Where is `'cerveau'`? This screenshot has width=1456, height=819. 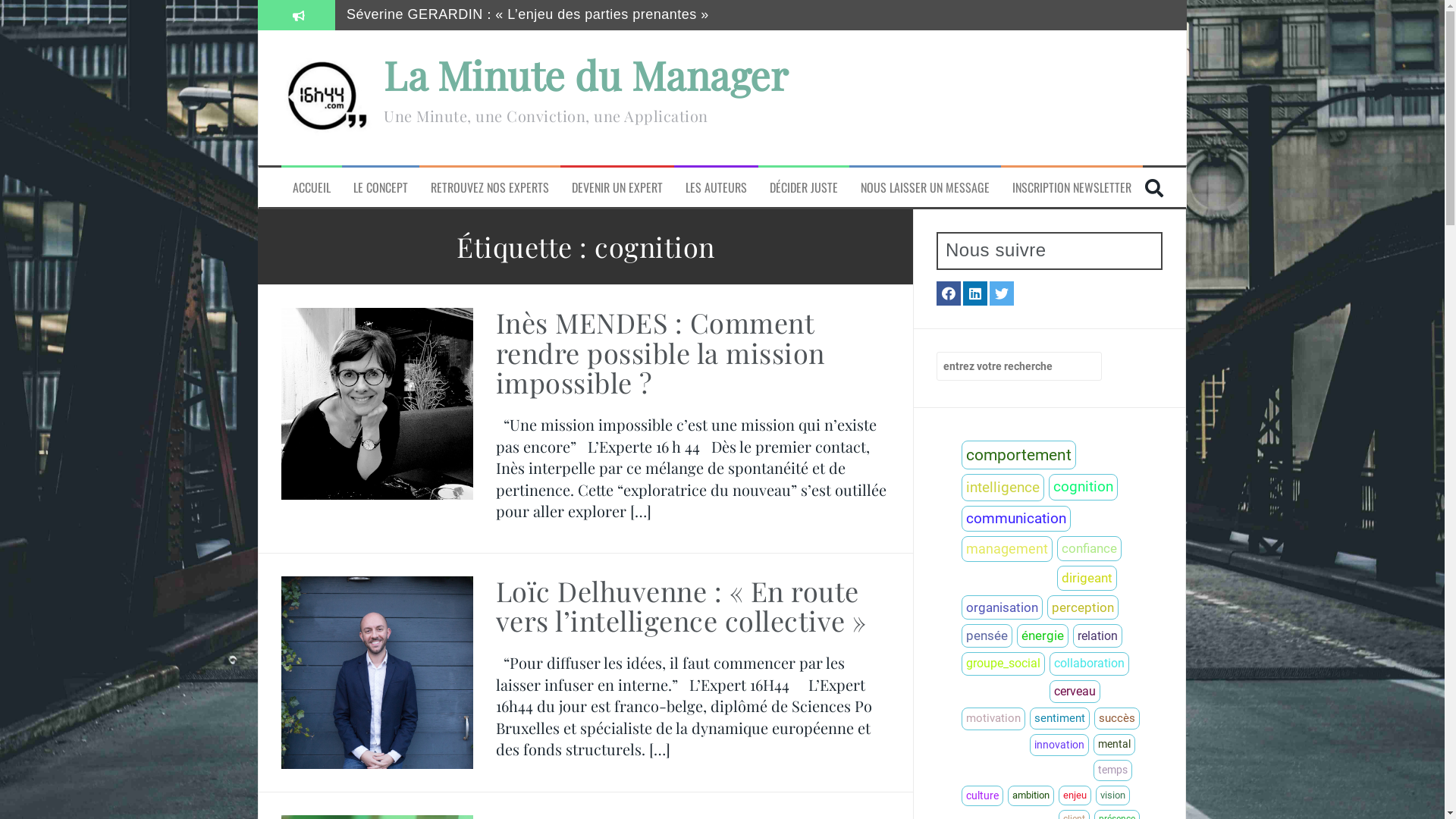 'cerveau' is located at coordinates (1074, 691).